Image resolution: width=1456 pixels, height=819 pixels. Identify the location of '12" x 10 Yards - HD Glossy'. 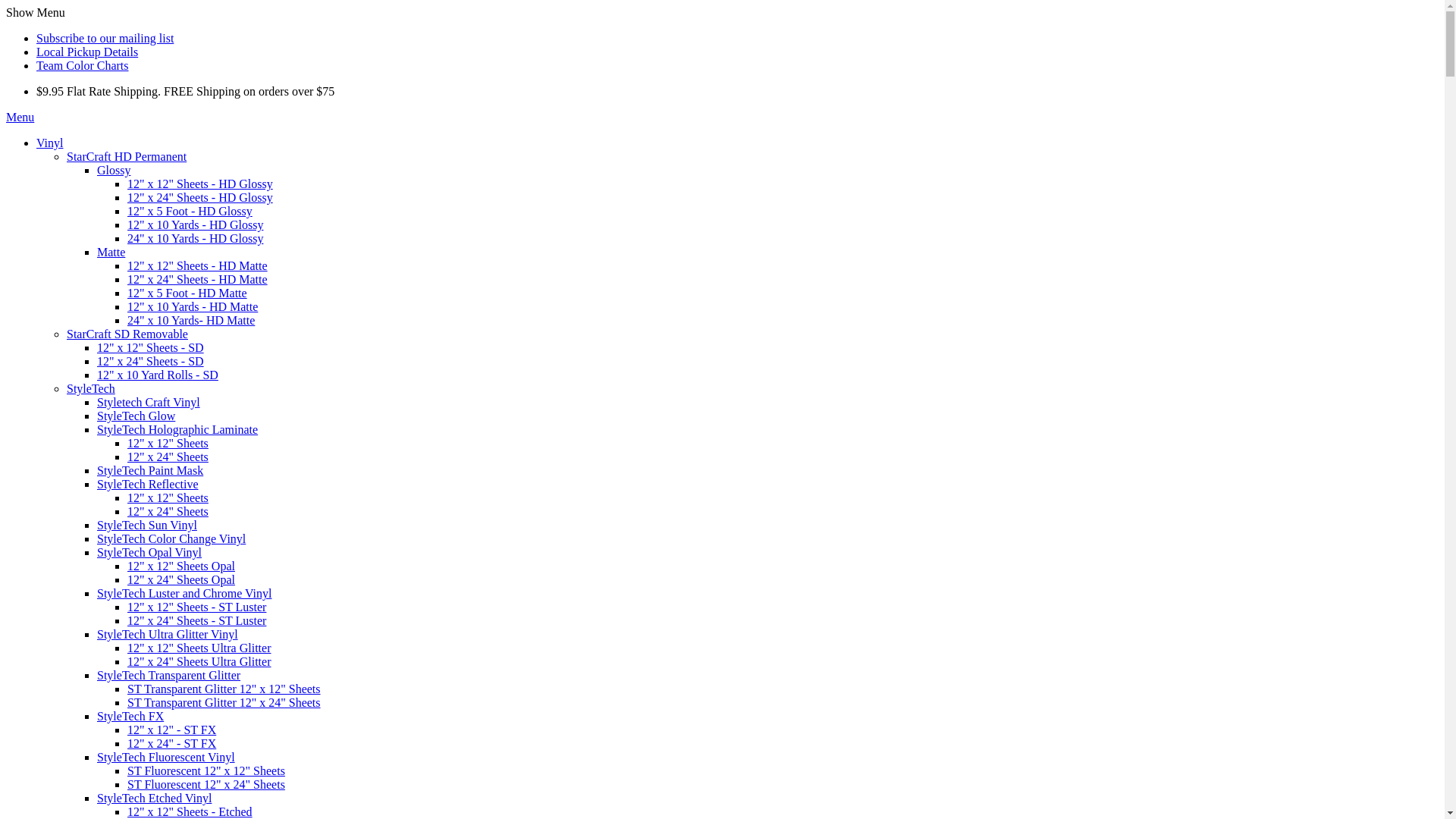
(194, 224).